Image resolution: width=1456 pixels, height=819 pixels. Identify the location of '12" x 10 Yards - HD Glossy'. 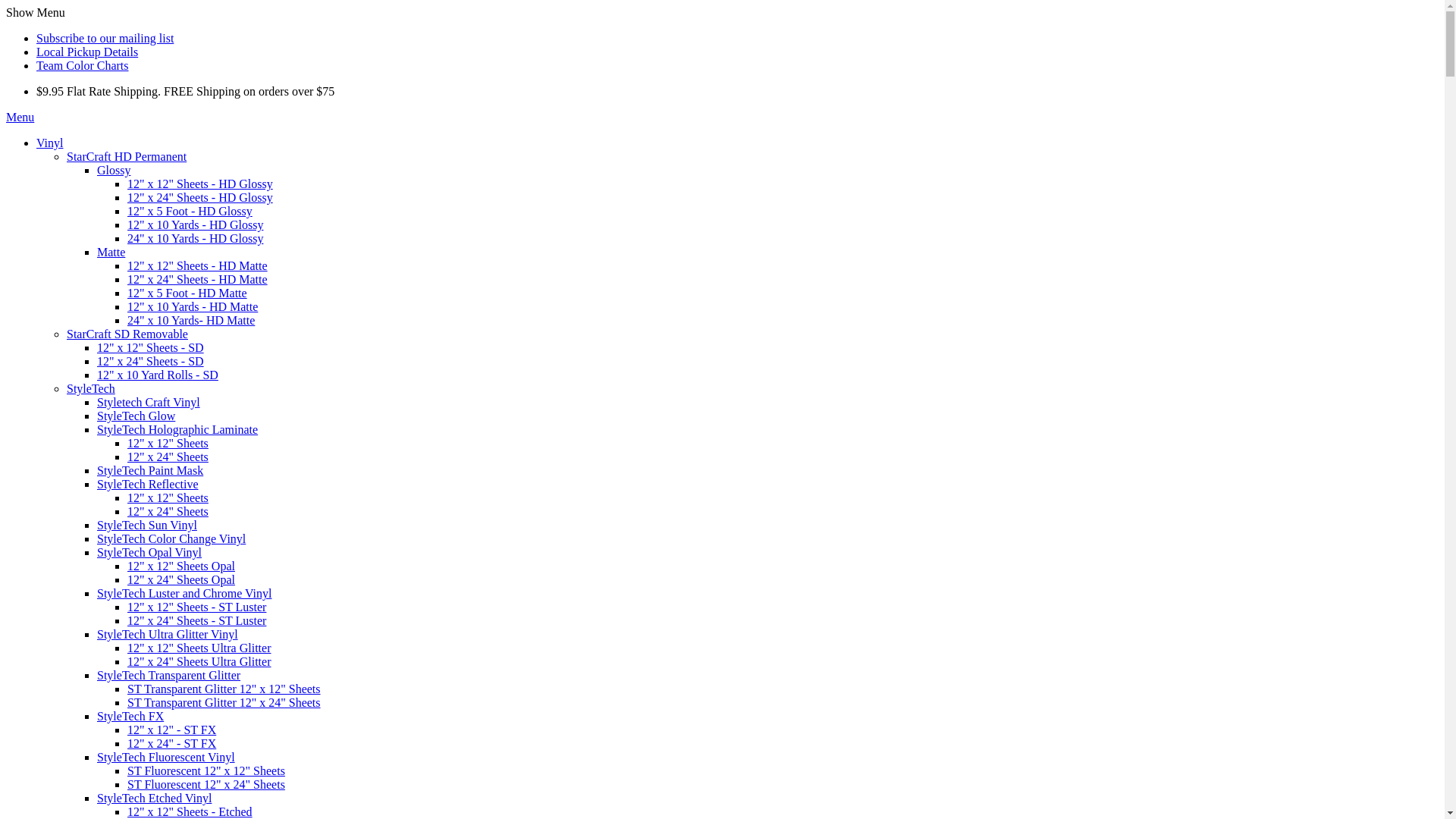
(194, 224).